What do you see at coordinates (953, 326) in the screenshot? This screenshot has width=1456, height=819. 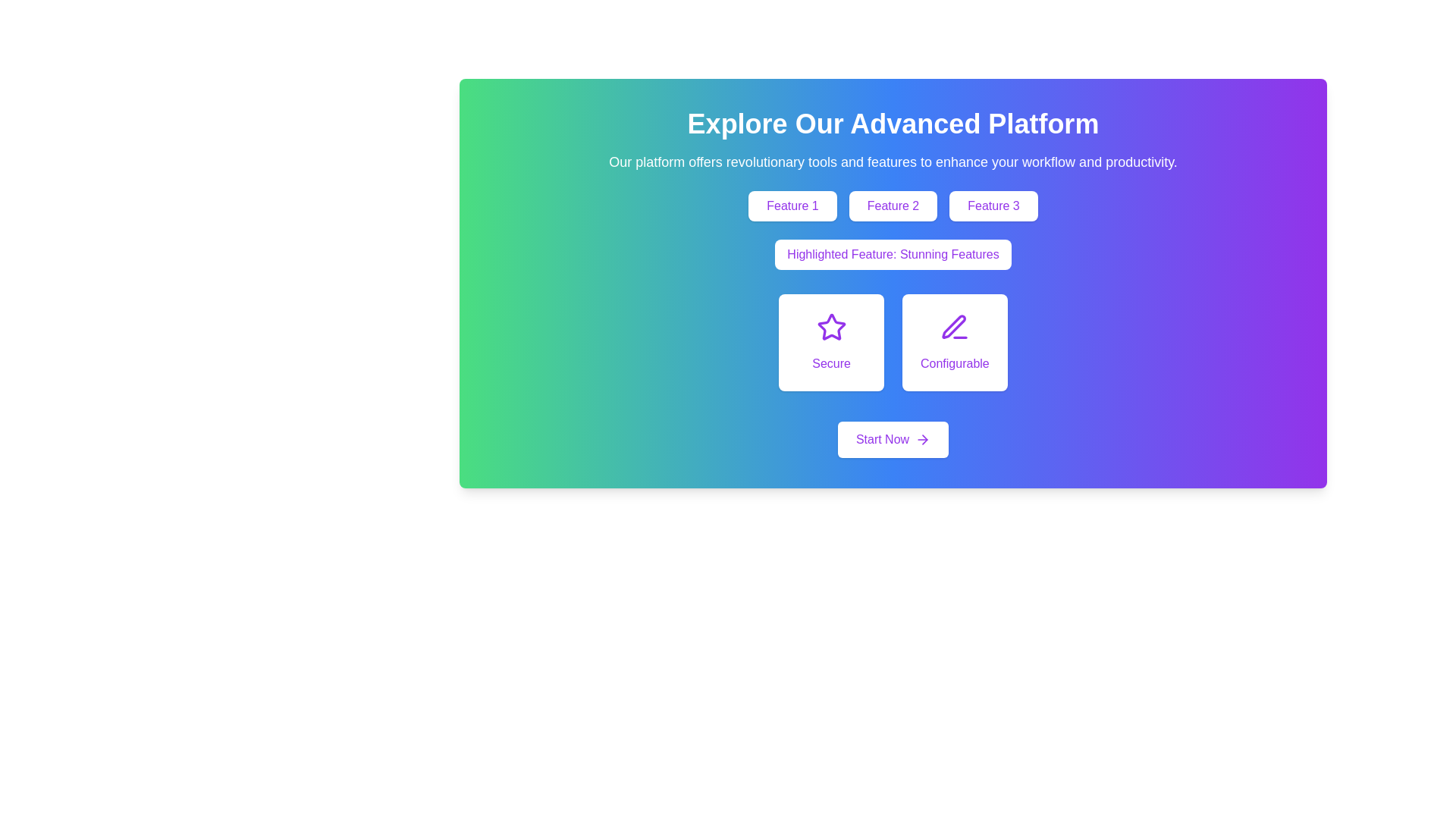 I see `the pen icon SVG graphic located at the bottom right of the 'Configurable' card, adjacent to the 'Secure' card` at bounding box center [953, 326].